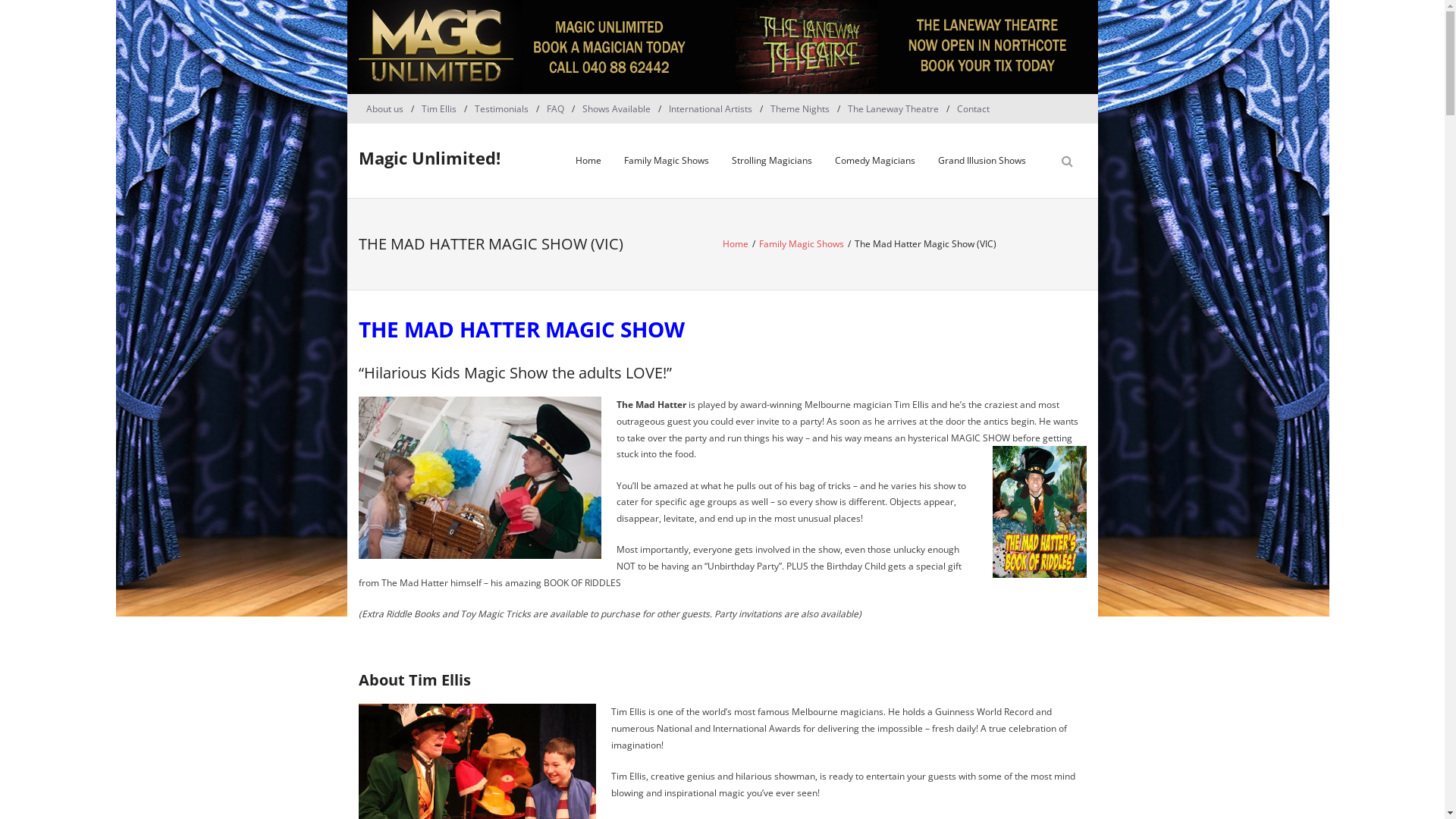  What do you see at coordinates (800, 243) in the screenshot?
I see `'Family Magic Shows'` at bounding box center [800, 243].